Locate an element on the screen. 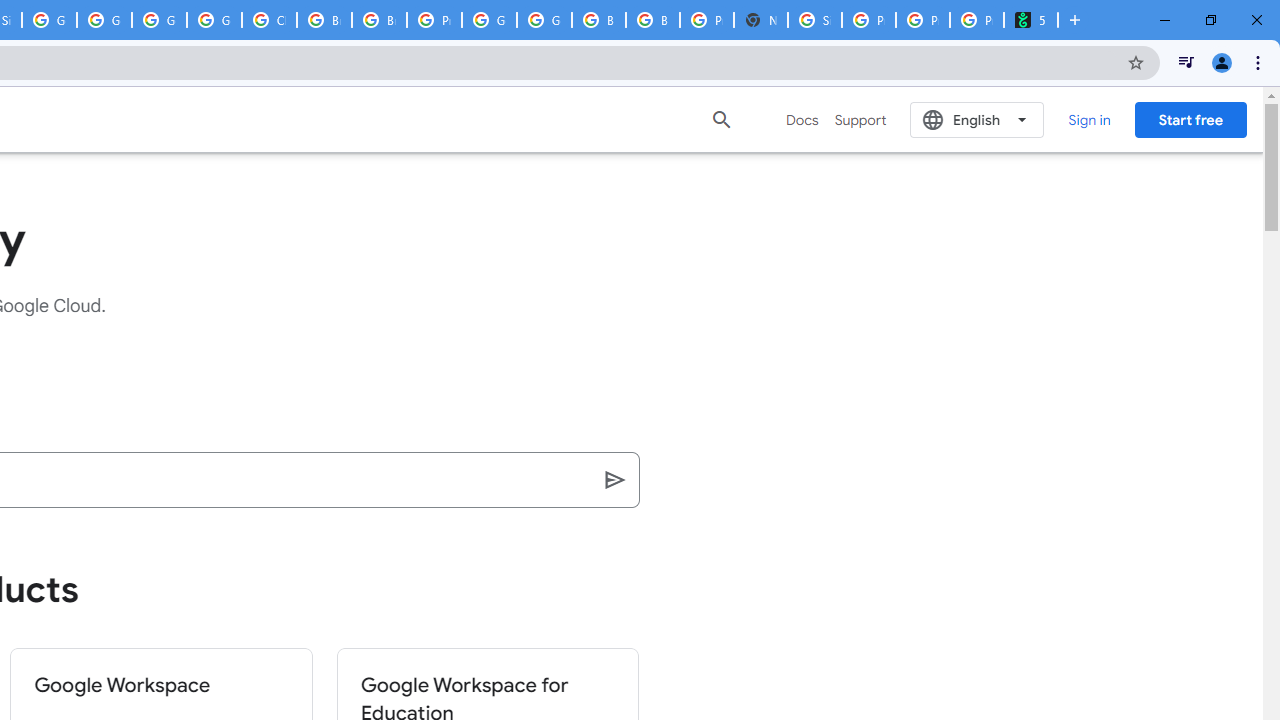 Image resolution: width=1280 pixels, height=720 pixels. 'Google Cloud Platform' is located at coordinates (544, 20).